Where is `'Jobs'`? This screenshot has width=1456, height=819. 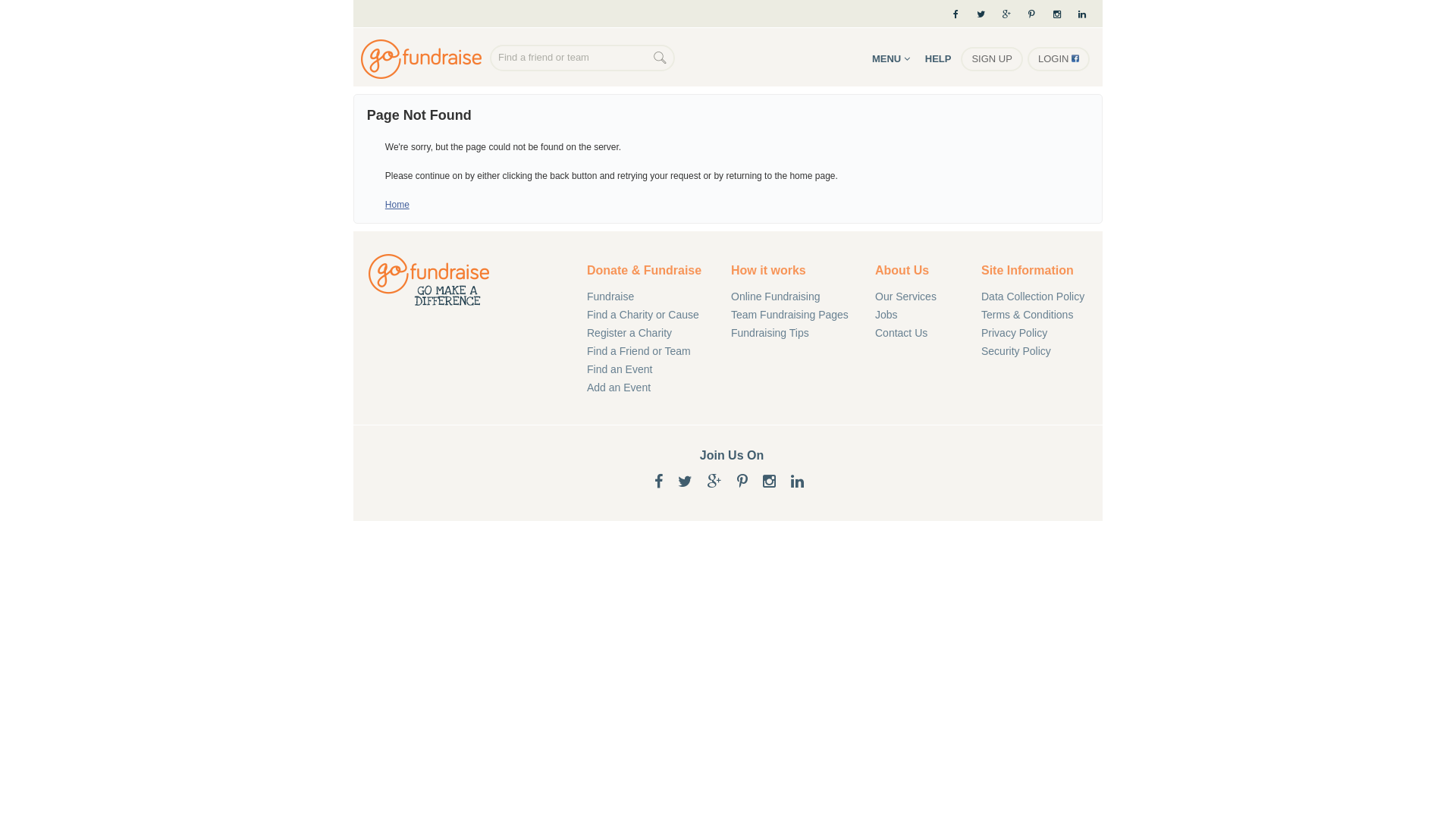
'Jobs' is located at coordinates (874, 314).